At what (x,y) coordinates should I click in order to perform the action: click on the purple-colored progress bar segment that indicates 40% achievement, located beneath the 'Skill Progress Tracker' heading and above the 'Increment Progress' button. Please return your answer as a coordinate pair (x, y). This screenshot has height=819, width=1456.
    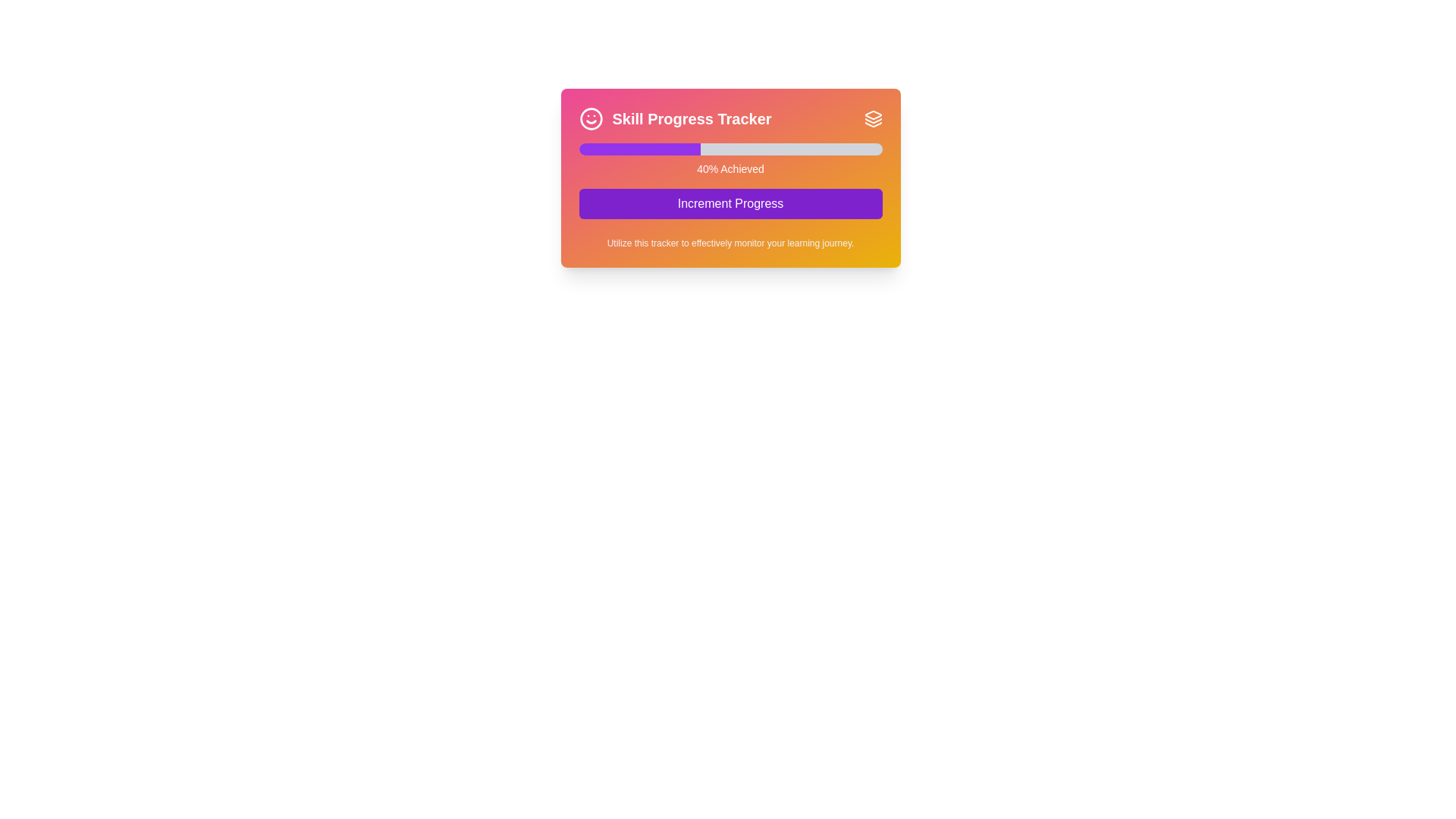
    Looking at the image, I should click on (639, 149).